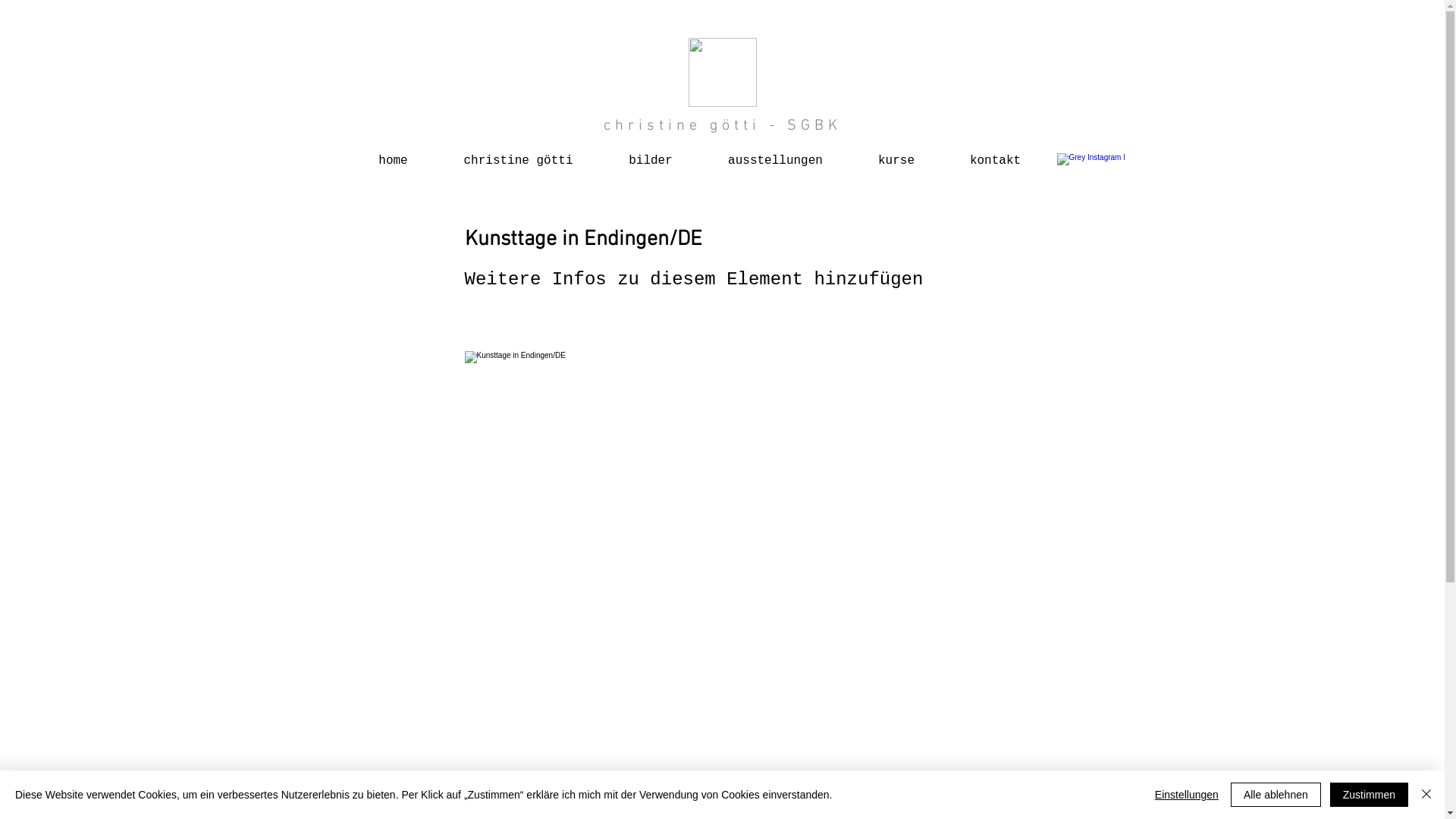 The image size is (1456, 819). I want to click on 'kurse', so click(896, 154).